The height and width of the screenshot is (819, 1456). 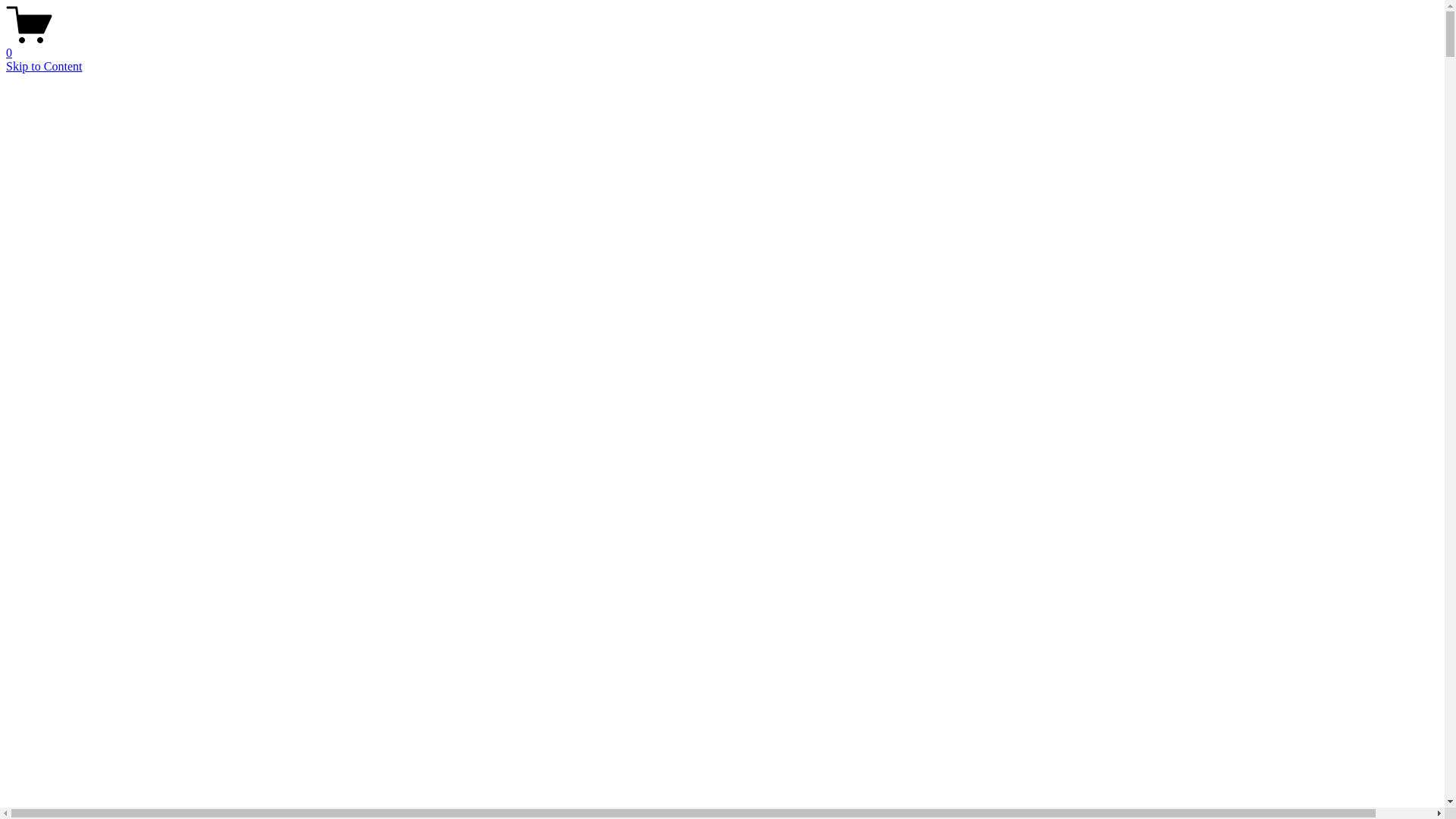 What do you see at coordinates (6, 45) in the screenshot?
I see `'0'` at bounding box center [6, 45].